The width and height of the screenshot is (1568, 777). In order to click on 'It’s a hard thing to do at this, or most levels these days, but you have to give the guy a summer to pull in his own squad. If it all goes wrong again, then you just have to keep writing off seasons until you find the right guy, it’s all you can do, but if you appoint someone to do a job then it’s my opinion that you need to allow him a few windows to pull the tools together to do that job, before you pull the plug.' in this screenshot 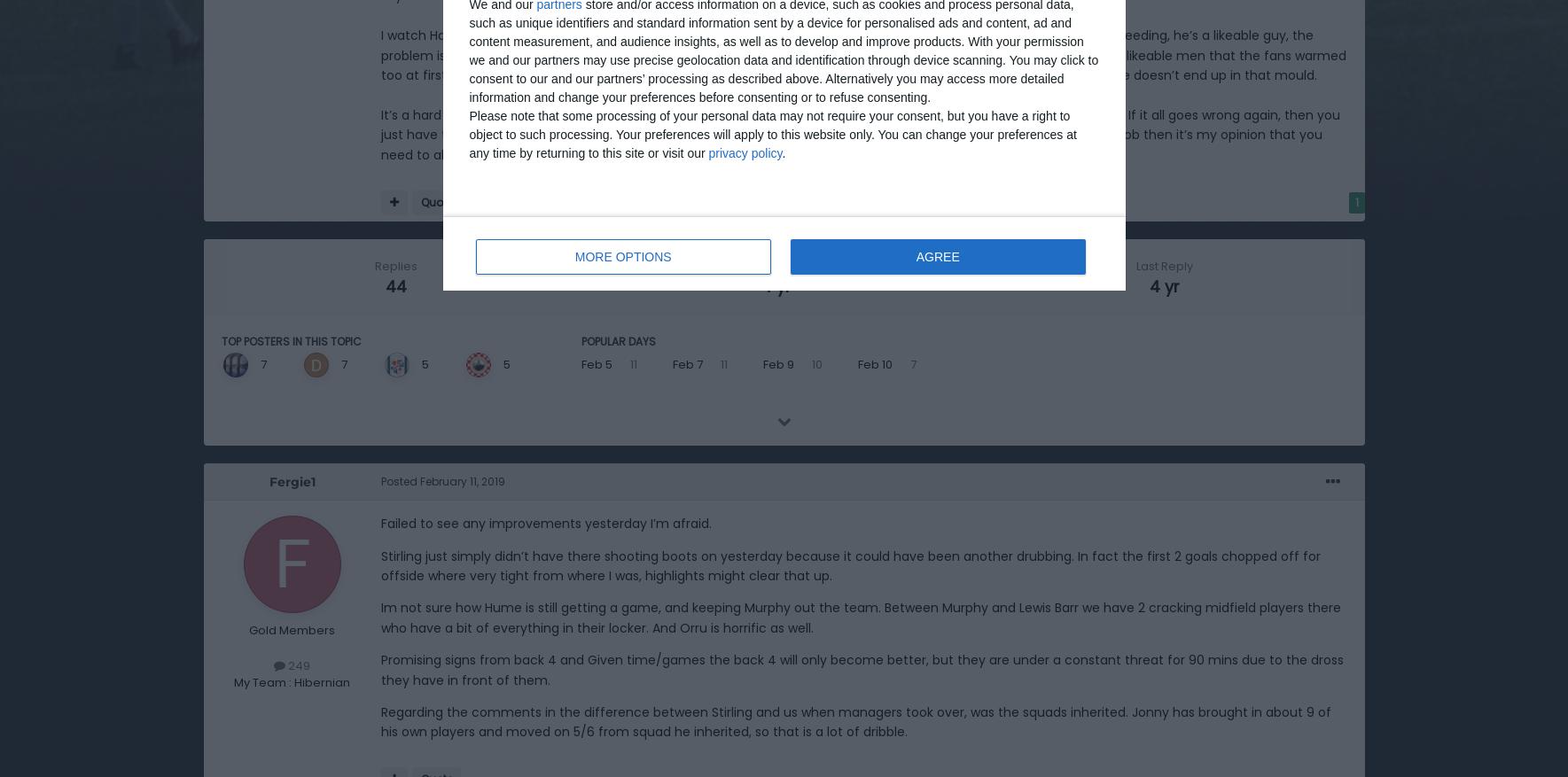, I will do `click(859, 134)`.